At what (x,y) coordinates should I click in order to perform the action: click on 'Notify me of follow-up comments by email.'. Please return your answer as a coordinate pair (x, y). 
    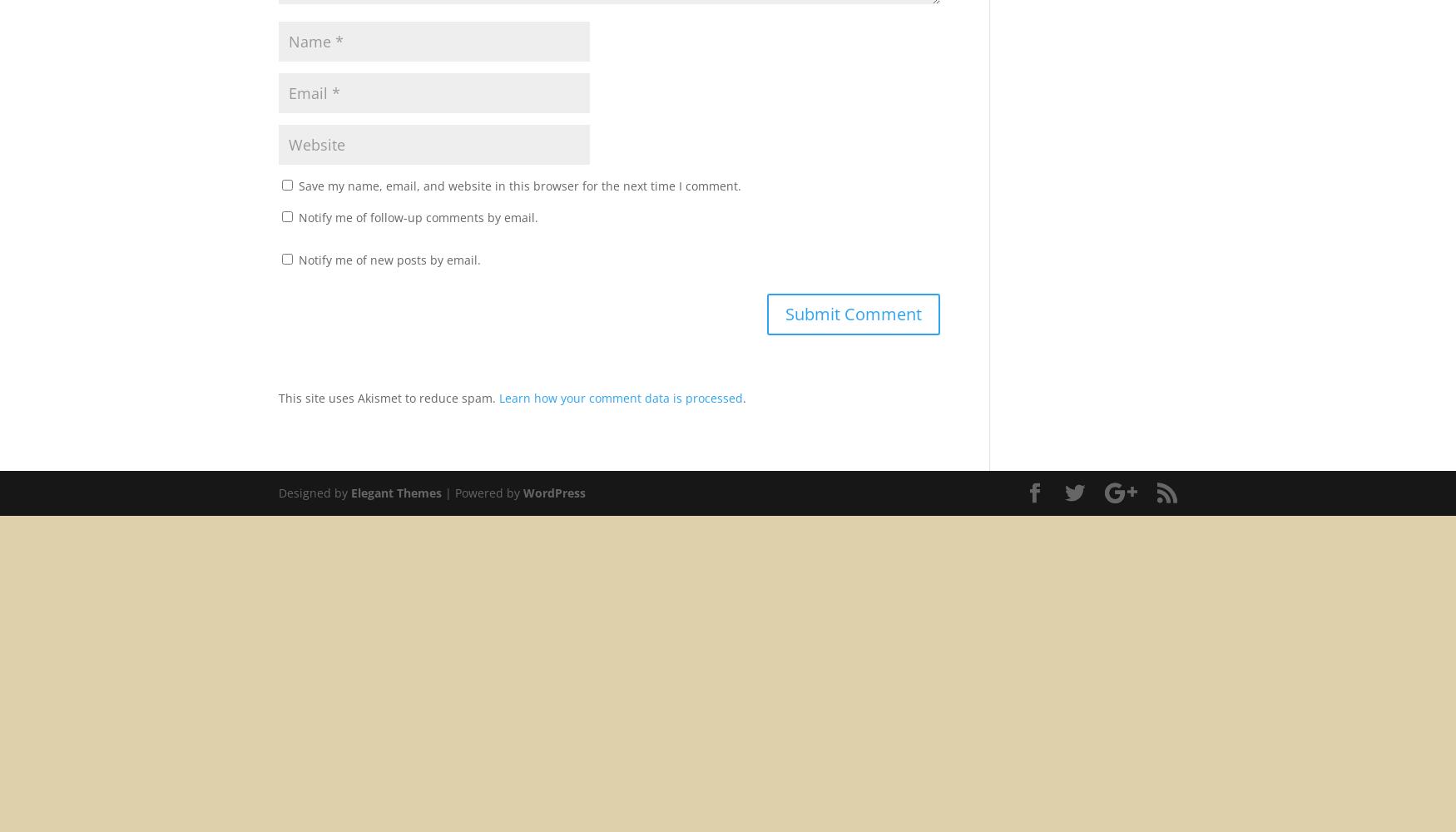
    Looking at the image, I should click on (417, 216).